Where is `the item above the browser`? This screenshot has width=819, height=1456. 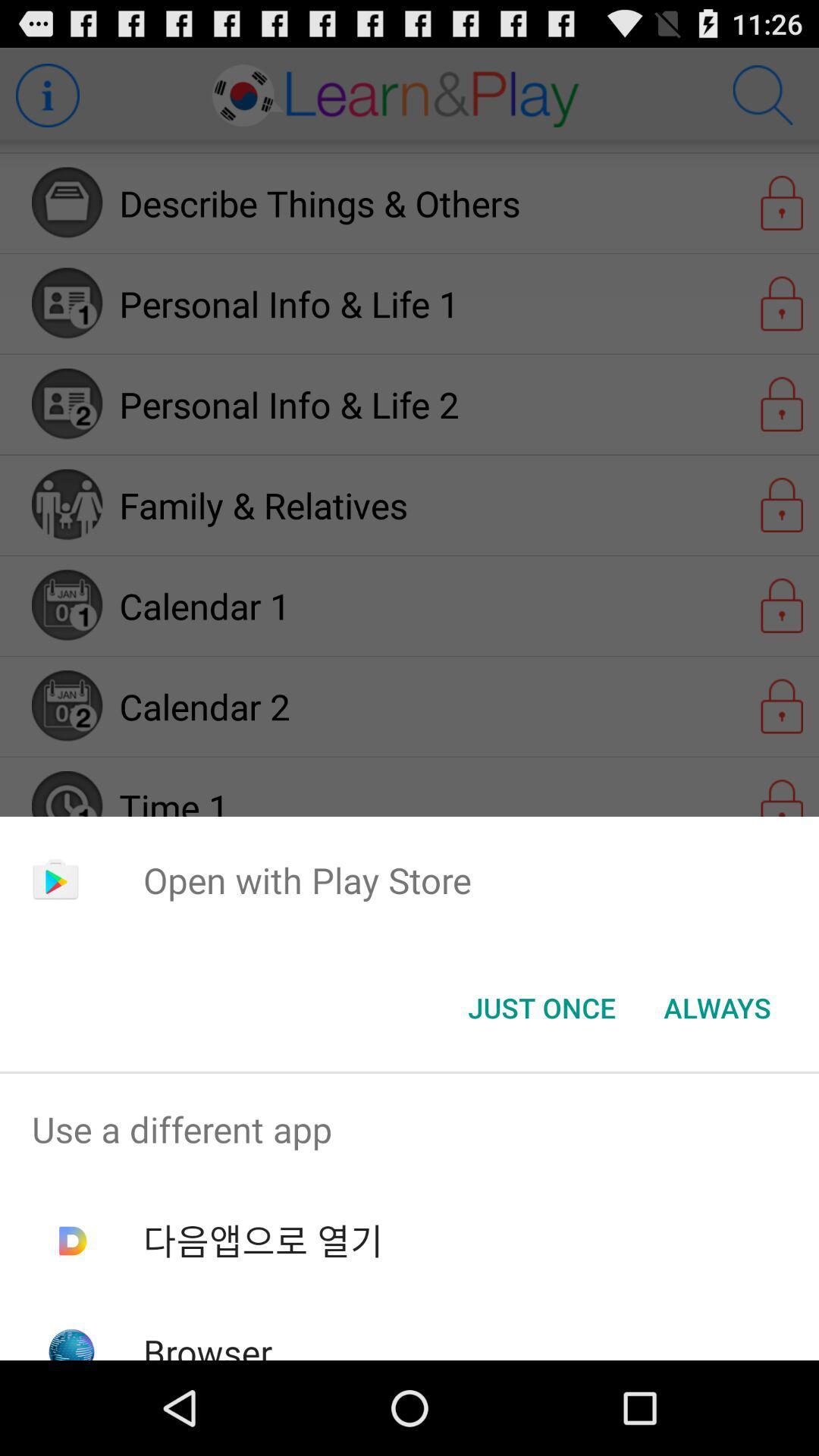 the item above the browser is located at coordinates (262, 1241).